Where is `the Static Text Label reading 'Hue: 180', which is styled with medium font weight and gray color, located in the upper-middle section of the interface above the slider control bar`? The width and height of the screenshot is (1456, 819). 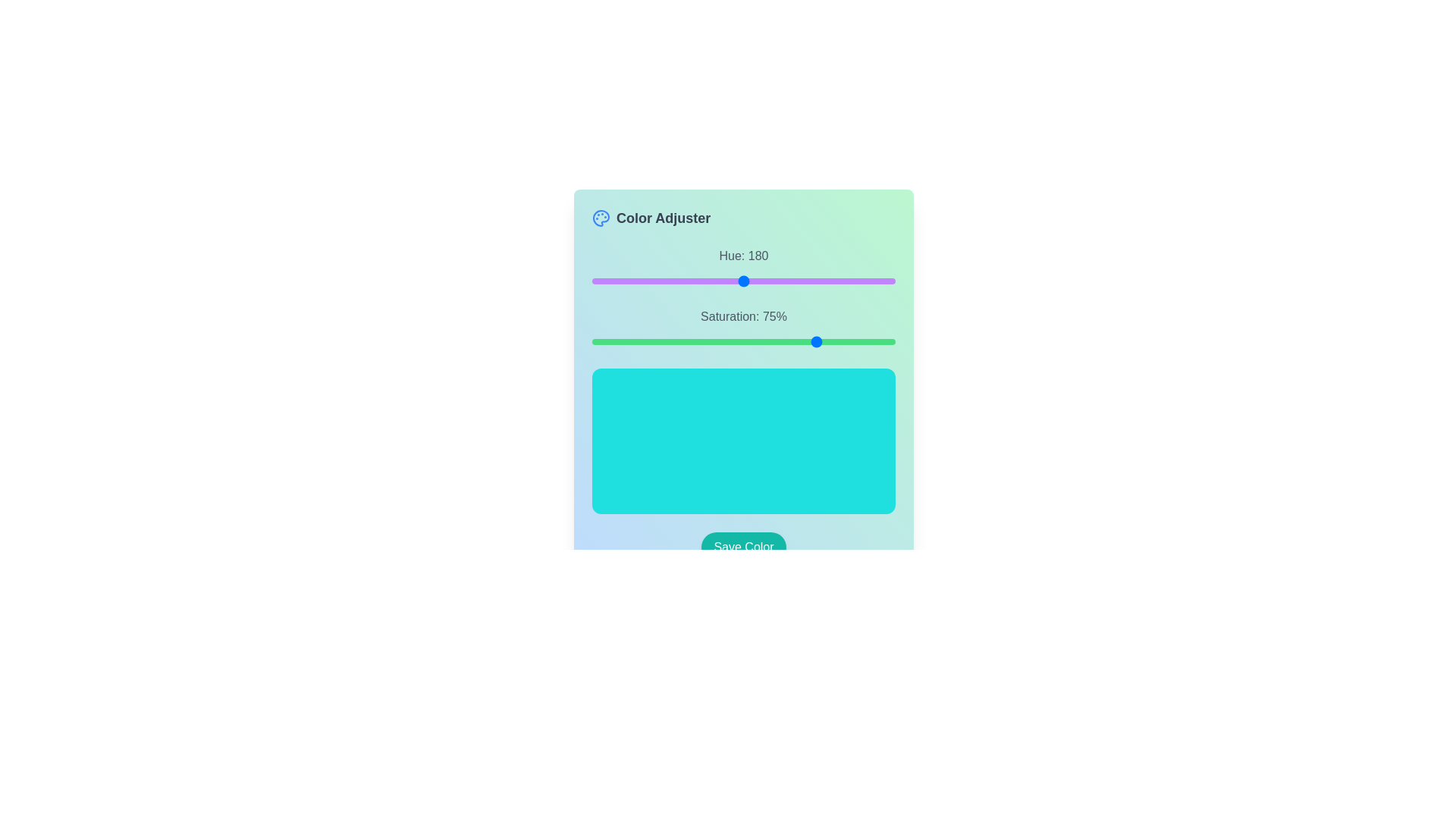 the Static Text Label reading 'Hue: 180', which is styled with medium font weight and gray color, located in the upper-middle section of the interface above the slider control bar is located at coordinates (743, 256).